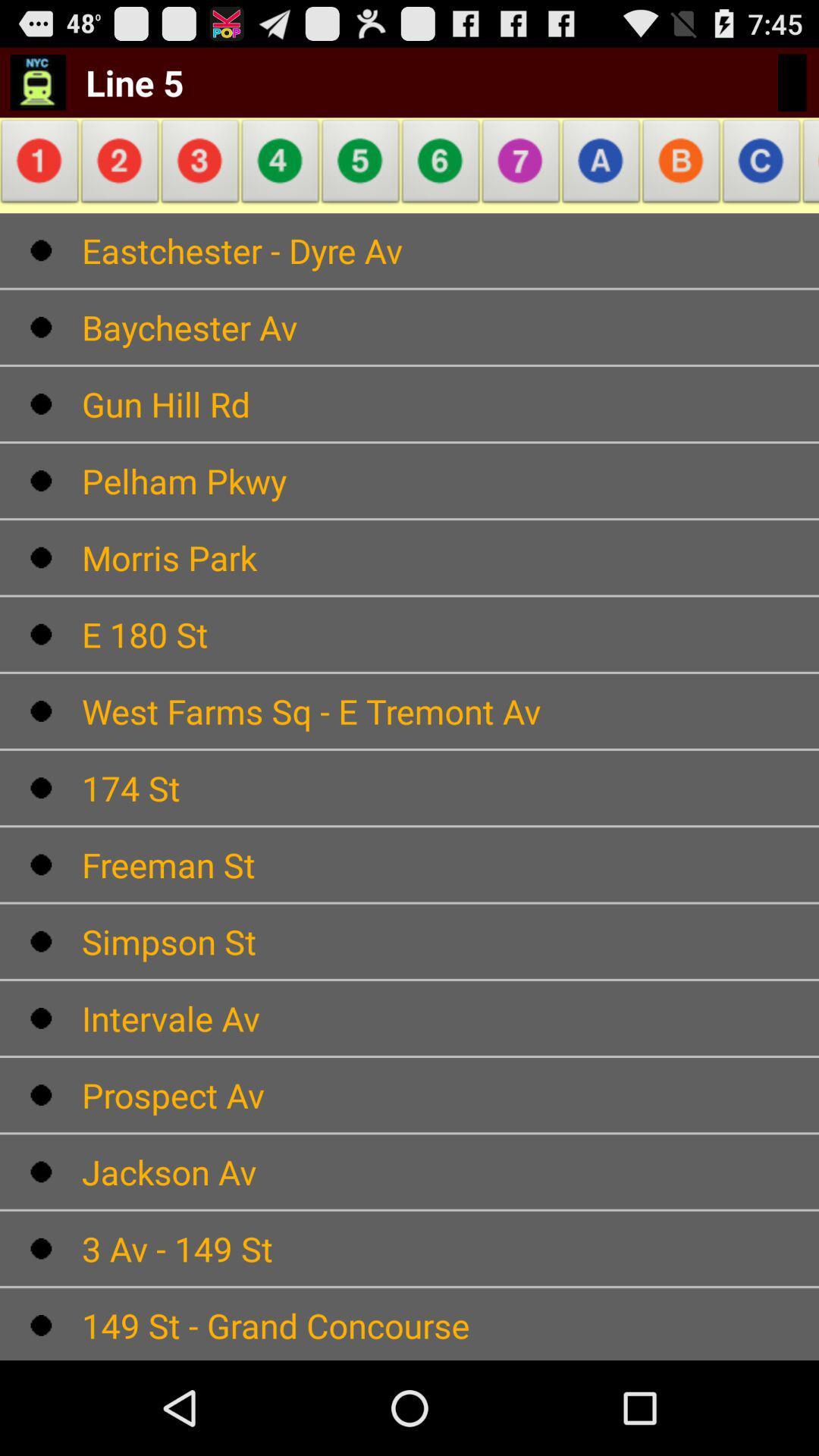  Describe the element at coordinates (450, 1095) in the screenshot. I see `the app above jackson av` at that location.